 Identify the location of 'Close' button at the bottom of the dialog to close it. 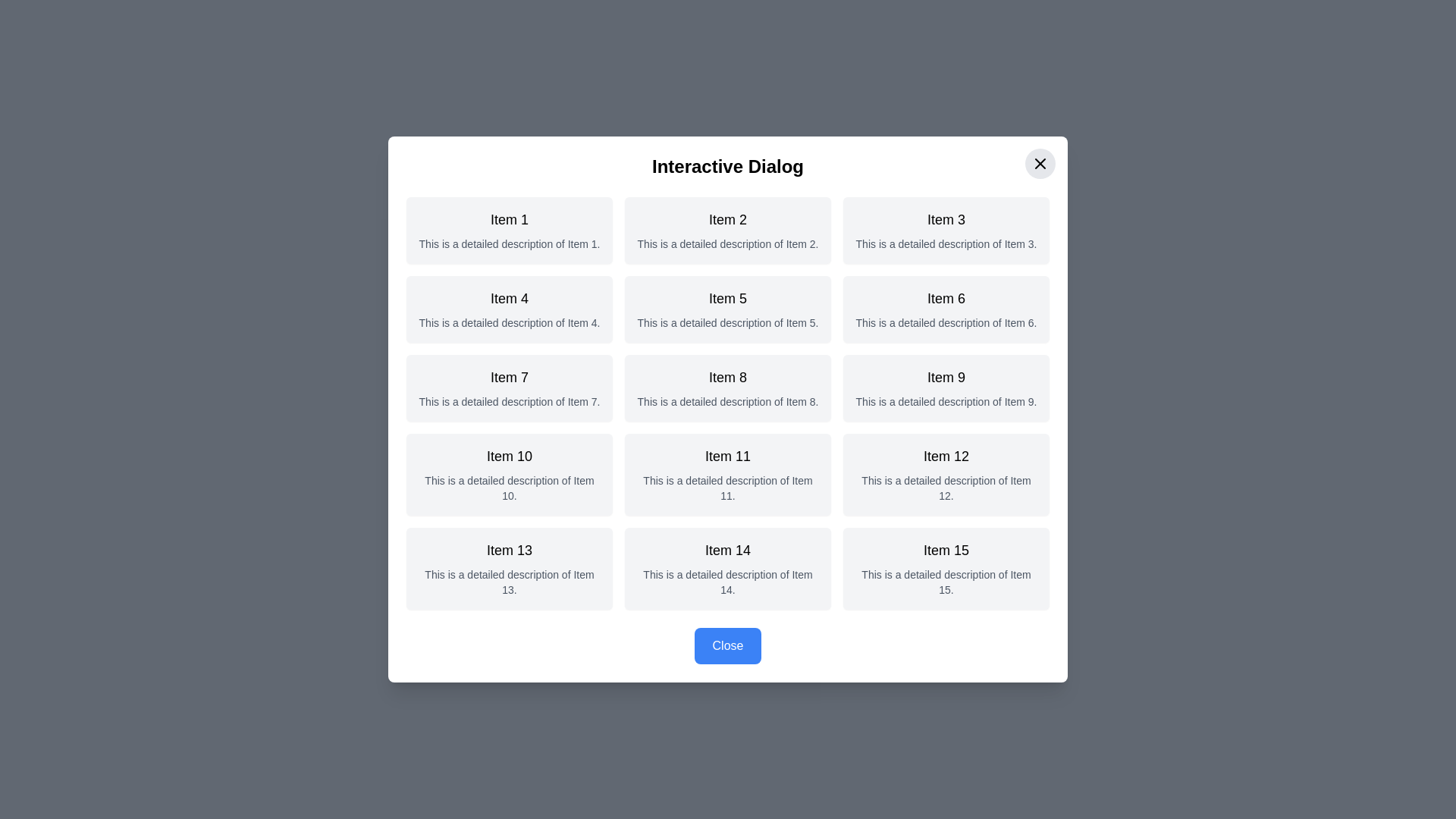
(728, 646).